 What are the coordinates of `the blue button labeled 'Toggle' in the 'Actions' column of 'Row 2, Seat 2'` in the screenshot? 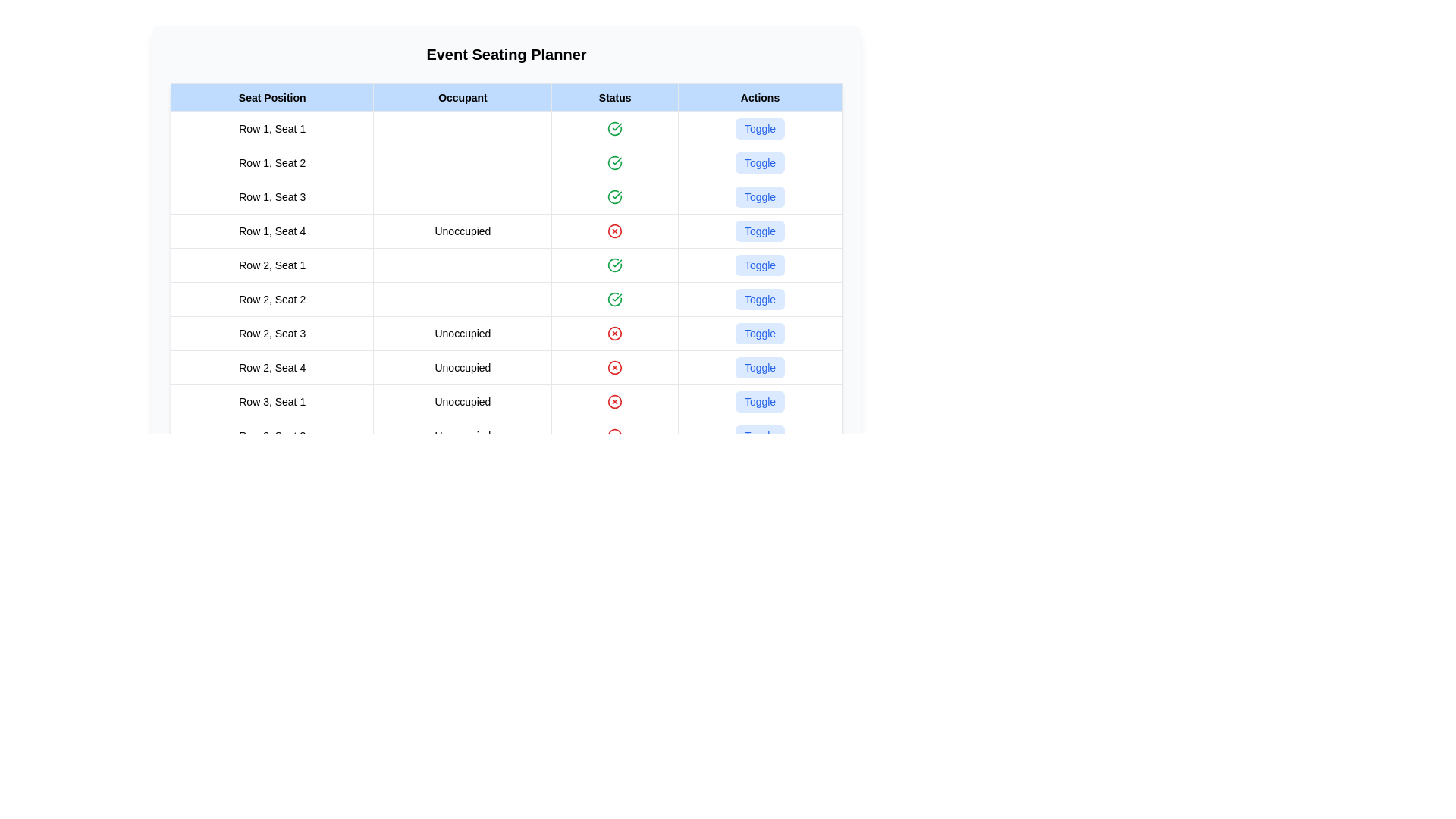 It's located at (760, 299).